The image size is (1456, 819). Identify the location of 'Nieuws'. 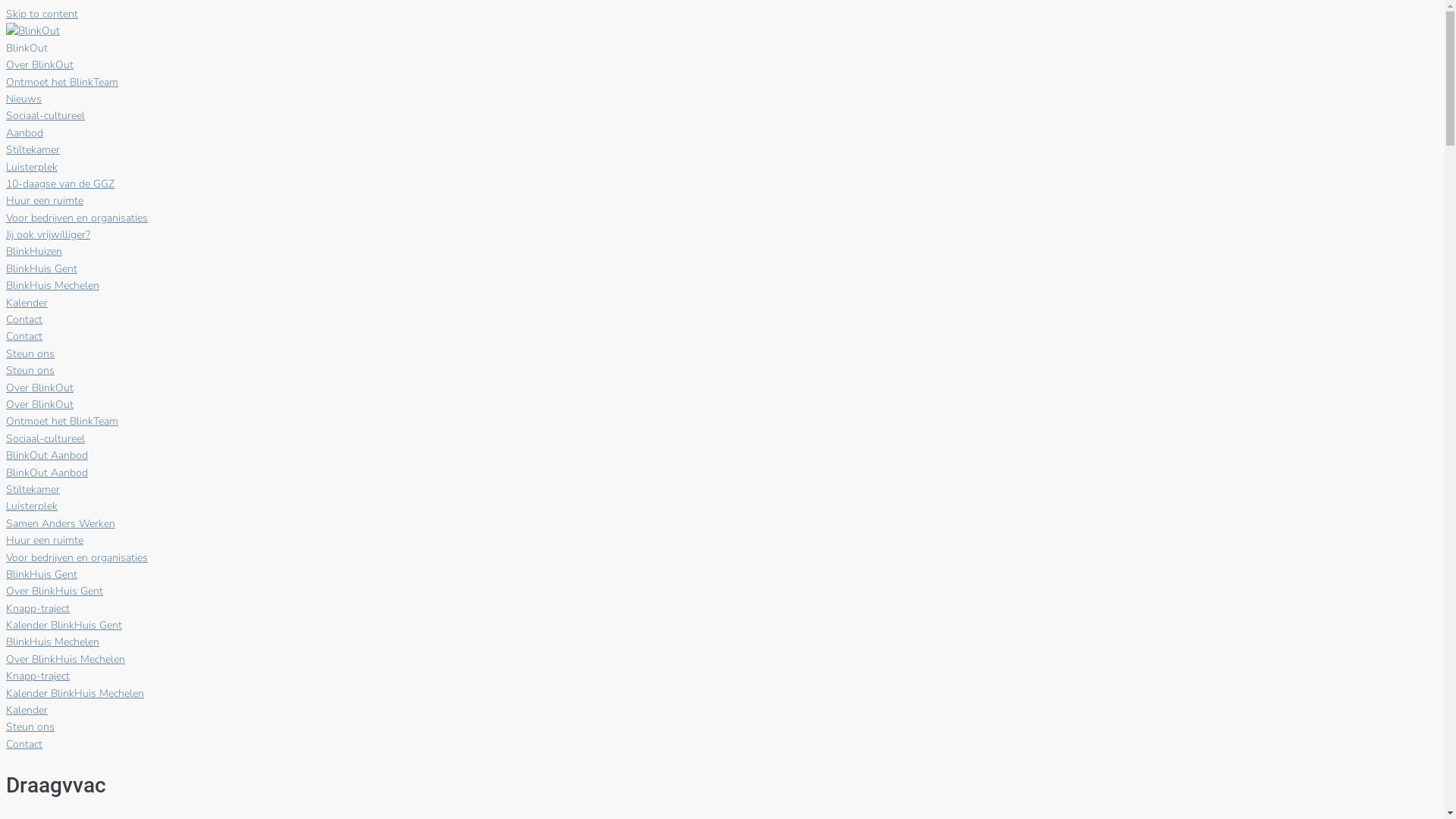
(24, 99).